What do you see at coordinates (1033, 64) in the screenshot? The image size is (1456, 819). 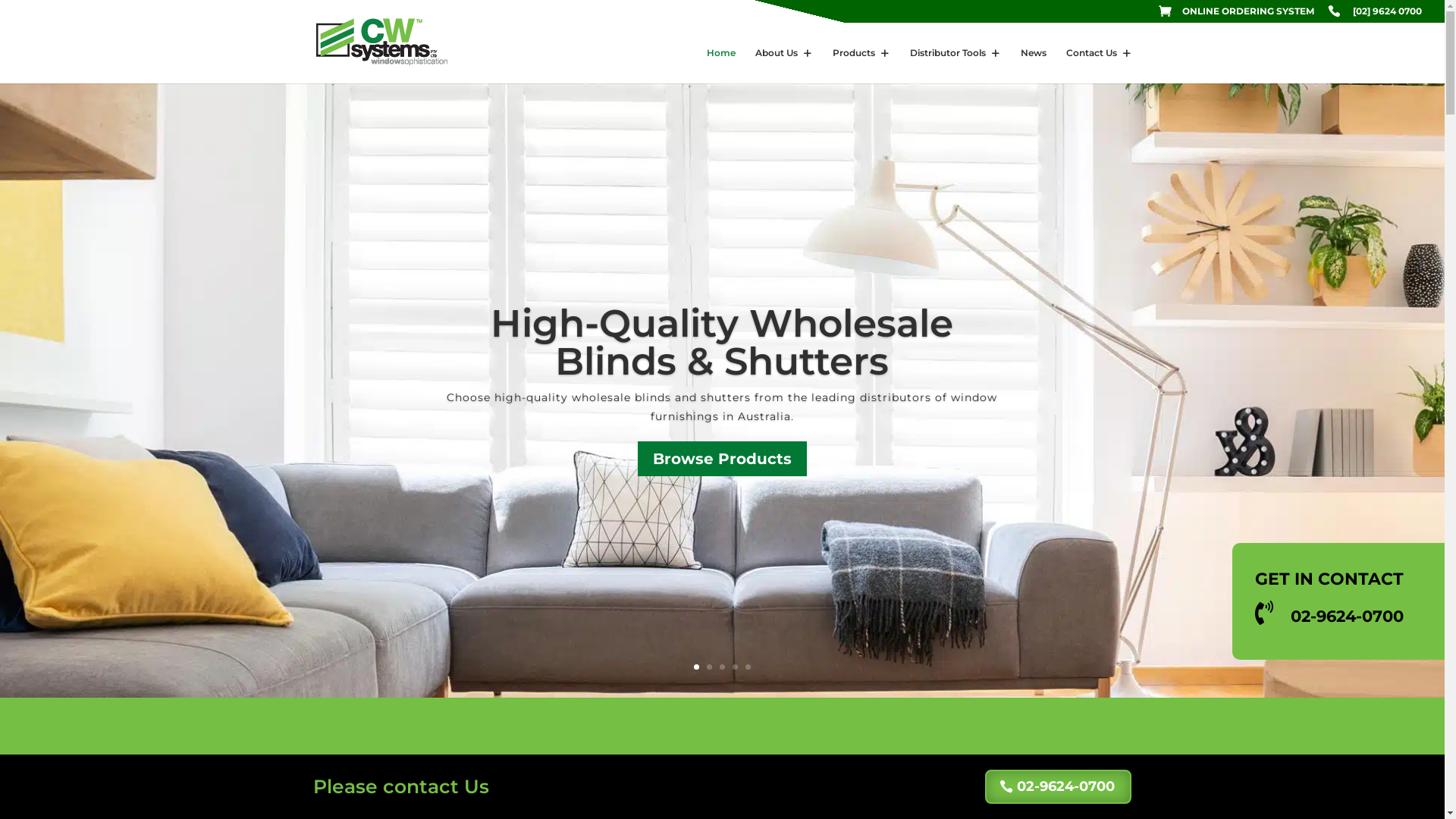 I see `'News'` at bounding box center [1033, 64].